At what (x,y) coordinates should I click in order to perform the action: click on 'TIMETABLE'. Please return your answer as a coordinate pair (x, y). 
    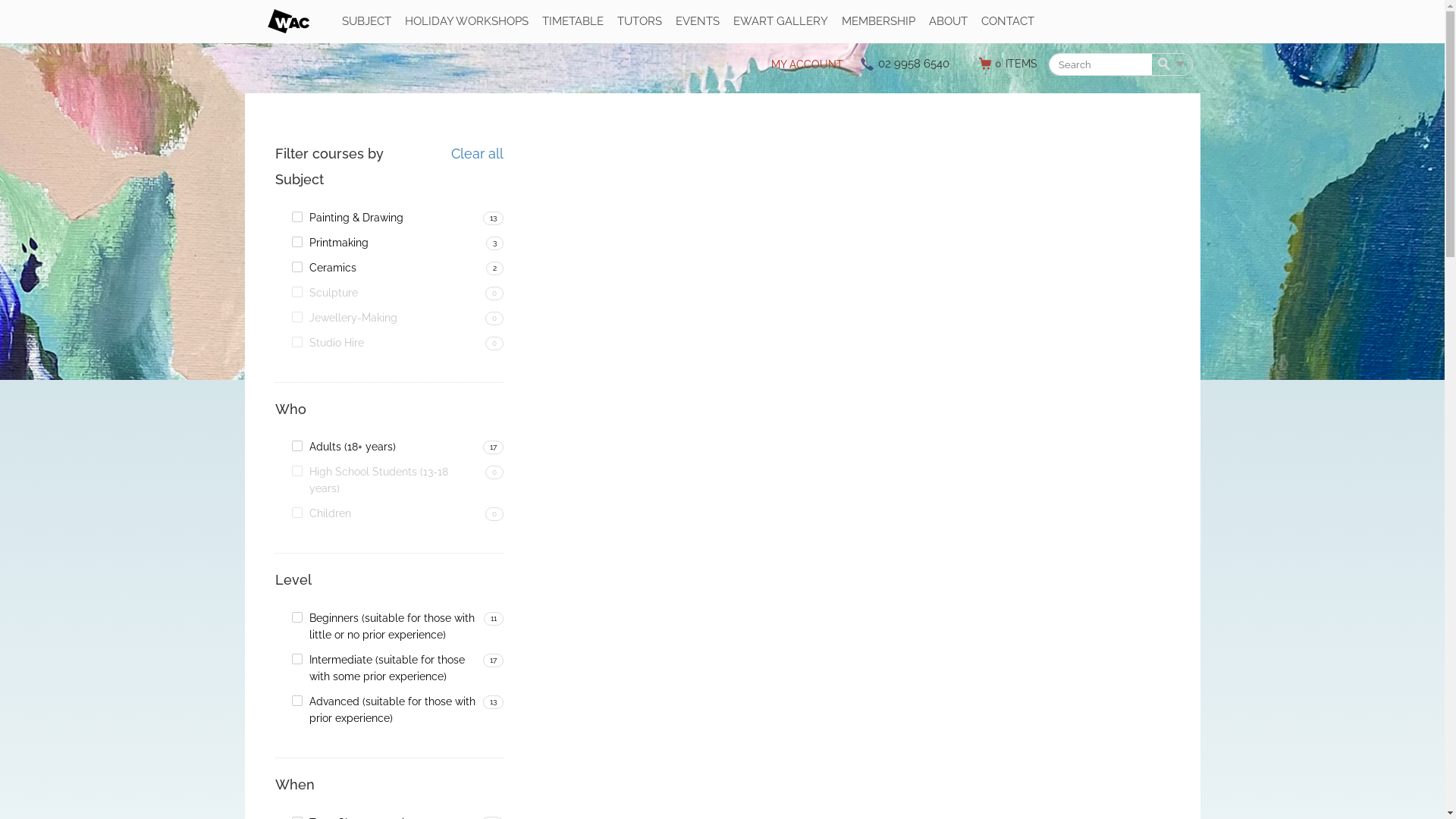
    Looking at the image, I should click on (571, 20).